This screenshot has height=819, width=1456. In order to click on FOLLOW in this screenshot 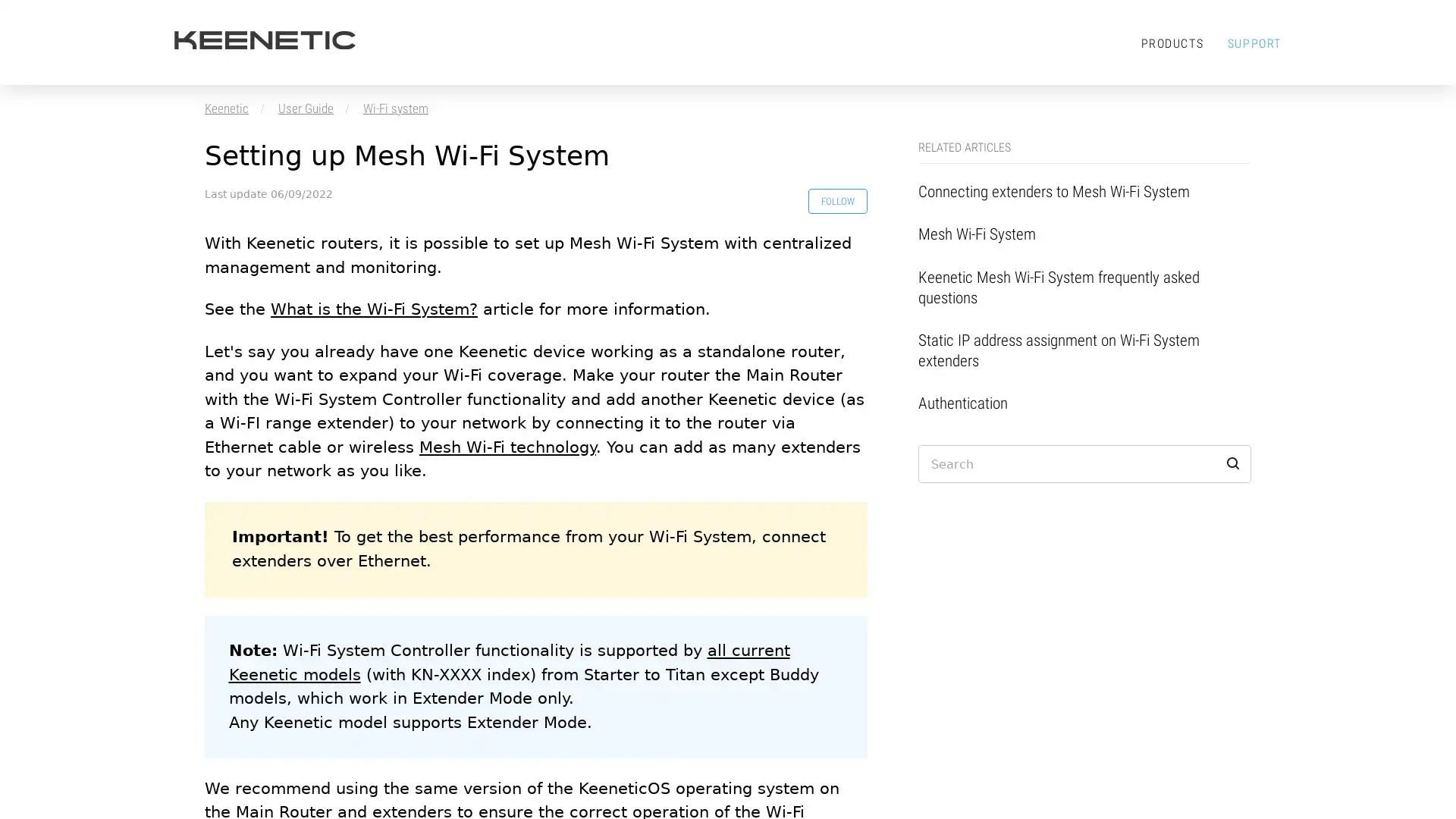, I will do `click(834, 202)`.